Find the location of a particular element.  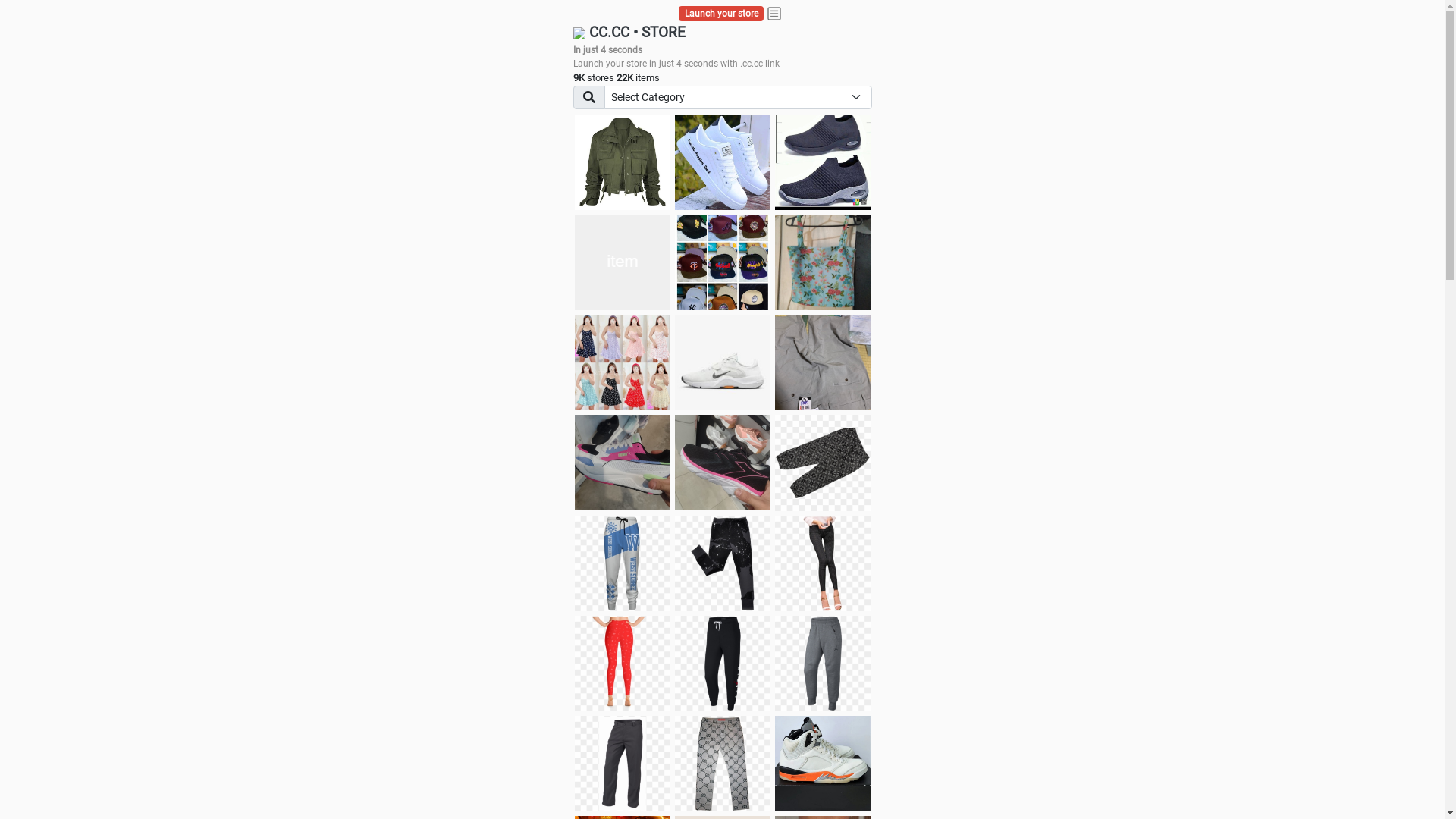

'shoes for boys' is located at coordinates (821, 162).